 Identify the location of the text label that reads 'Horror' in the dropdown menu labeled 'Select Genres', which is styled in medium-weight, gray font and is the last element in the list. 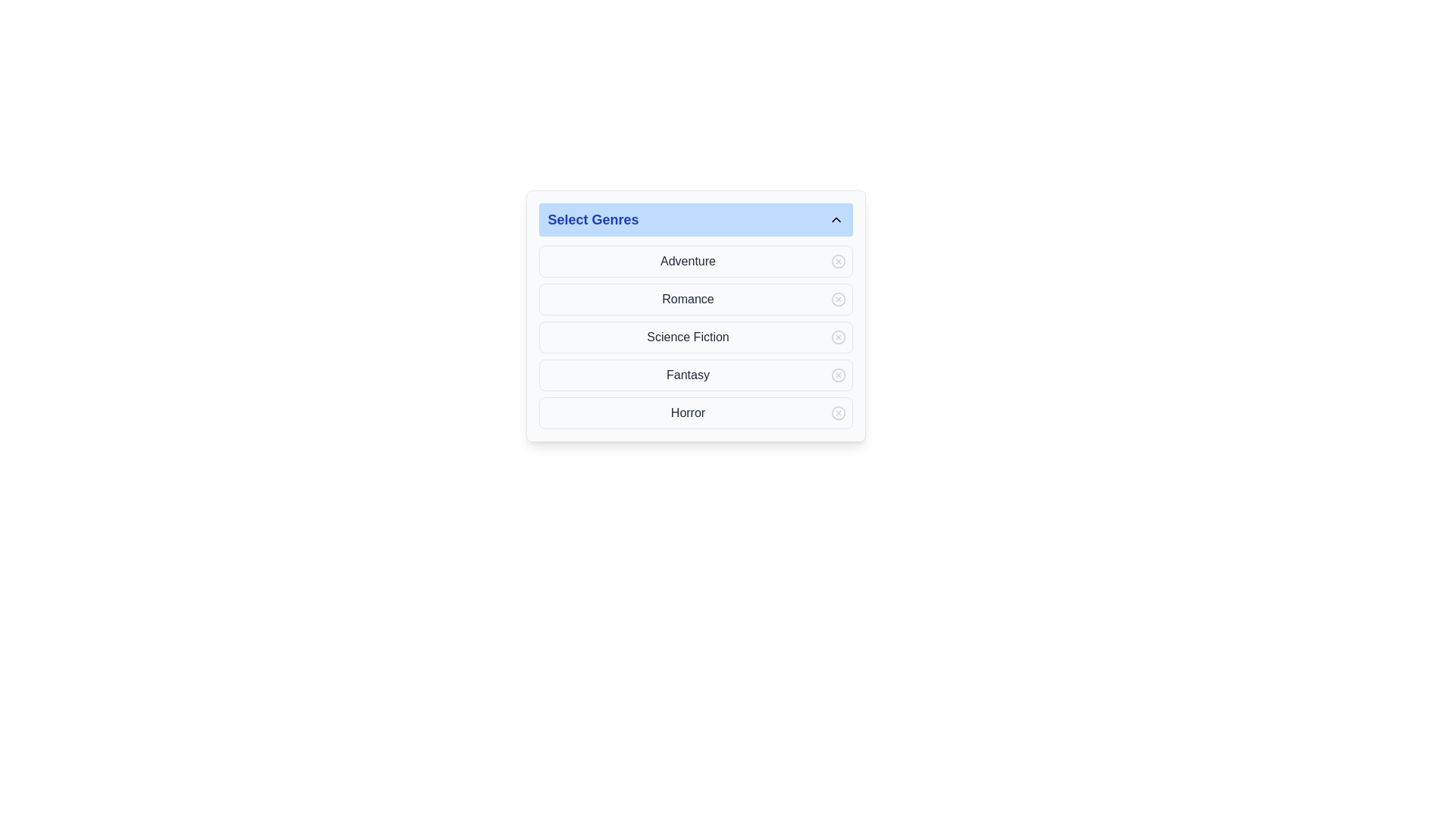
(687, 413).